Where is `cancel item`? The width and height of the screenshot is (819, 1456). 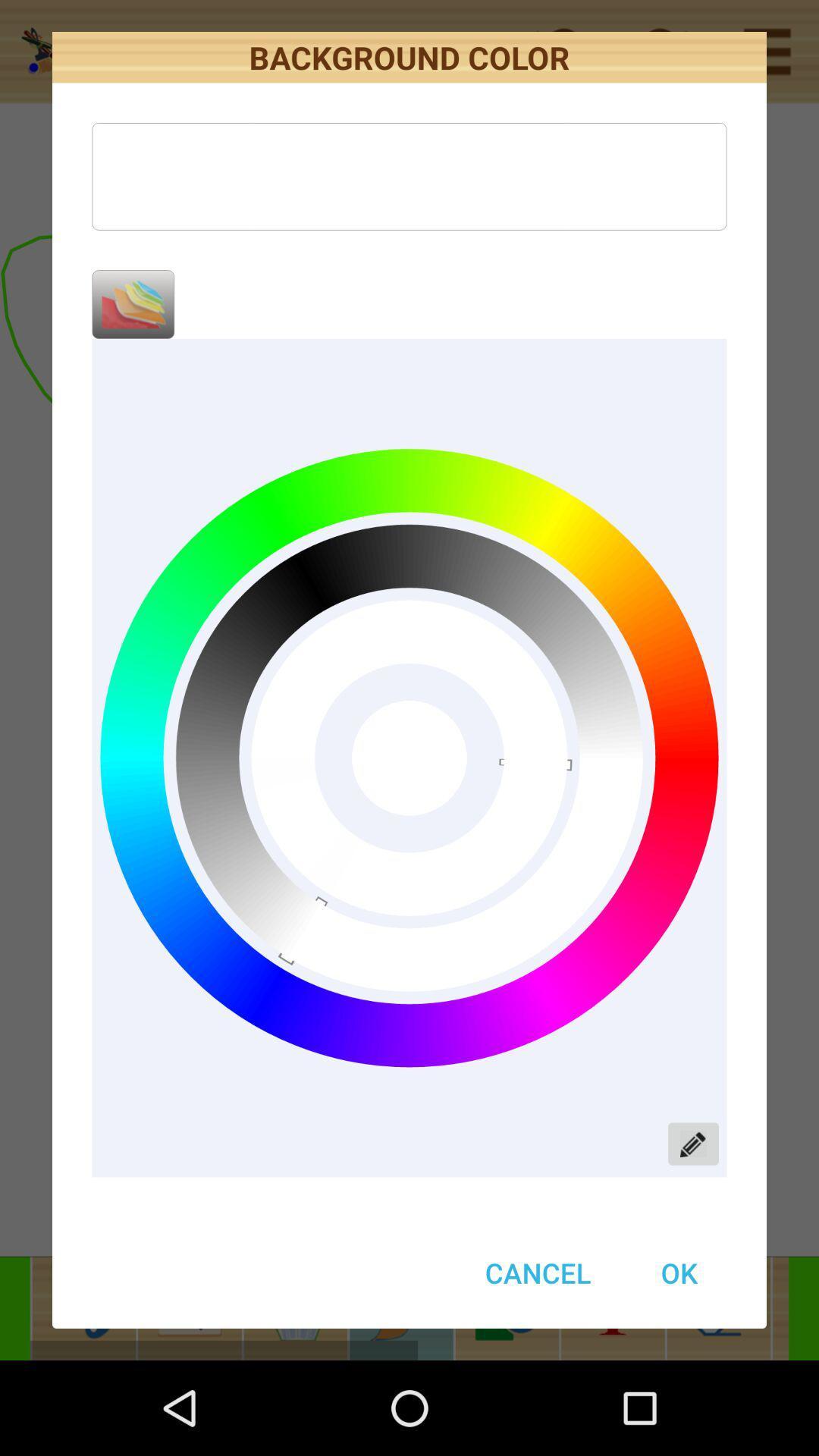
cancel item is located at coordinates (537, 1272).